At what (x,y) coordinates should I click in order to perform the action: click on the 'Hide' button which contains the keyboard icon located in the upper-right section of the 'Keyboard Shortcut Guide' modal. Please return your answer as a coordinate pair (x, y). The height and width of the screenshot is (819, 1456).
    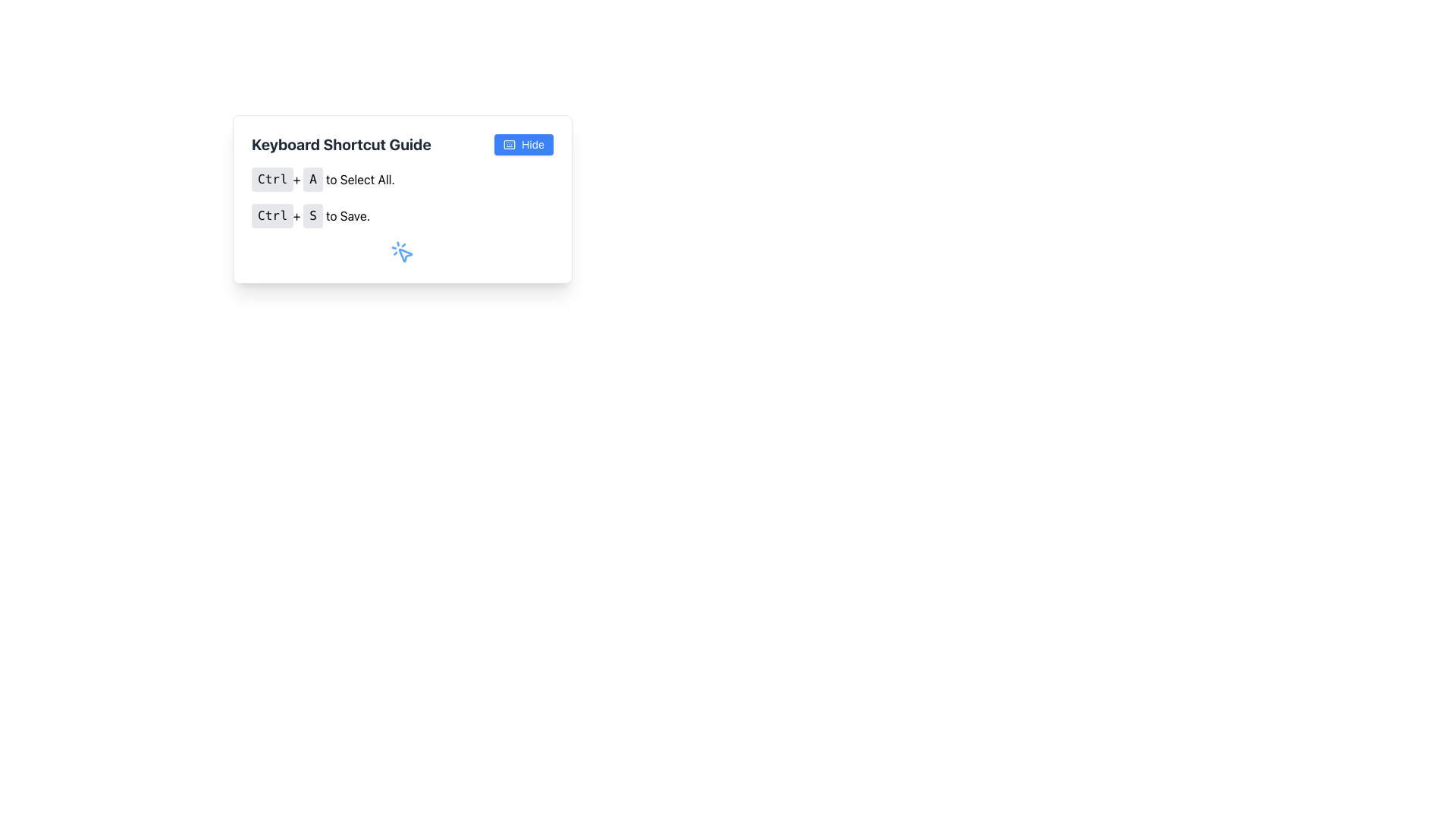
    Looking at the image, I should click on (510, 145).